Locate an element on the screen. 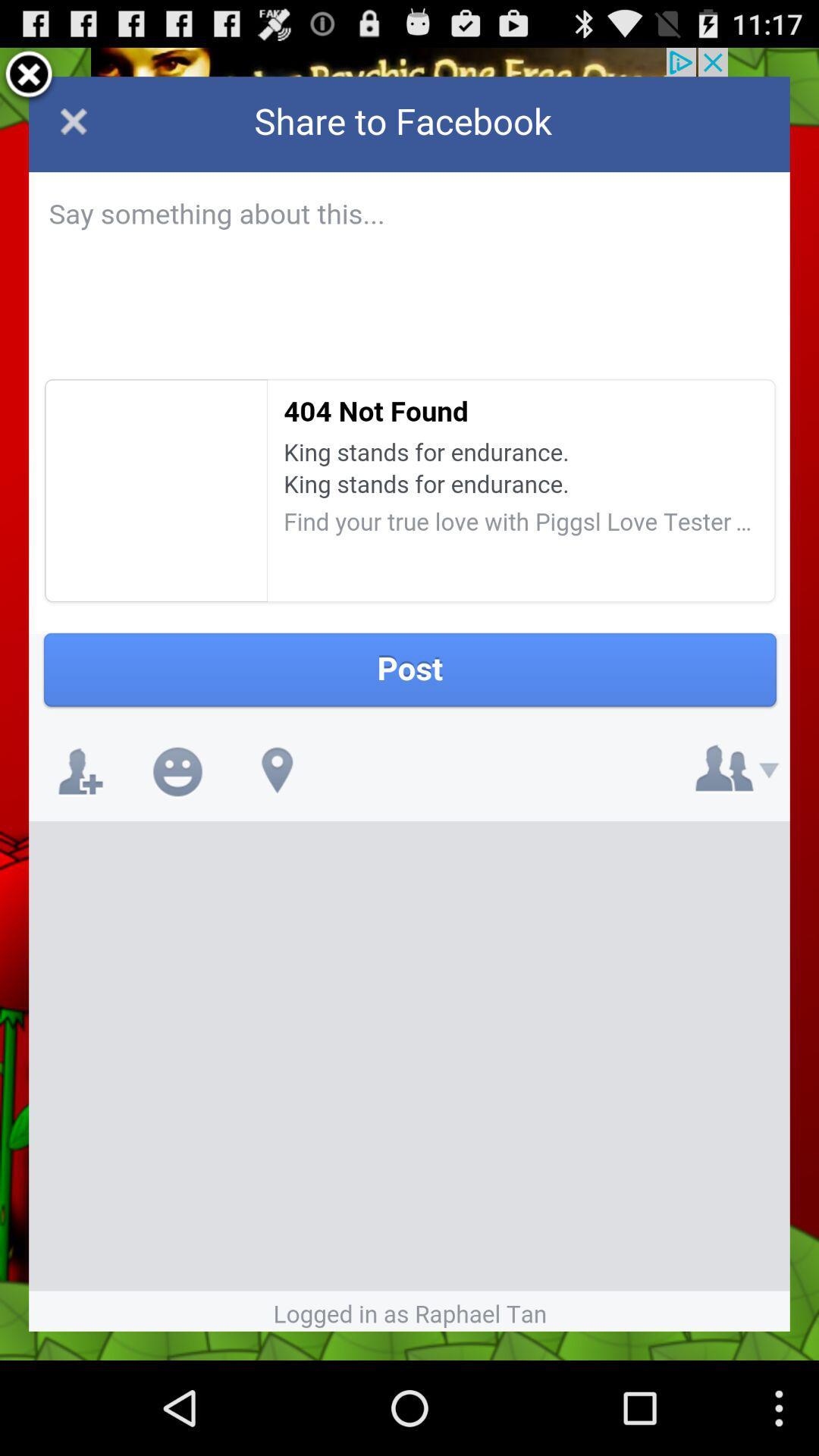 This screenshot has width=819, height=1456. share to facebook is located at coordinates (409, 703).